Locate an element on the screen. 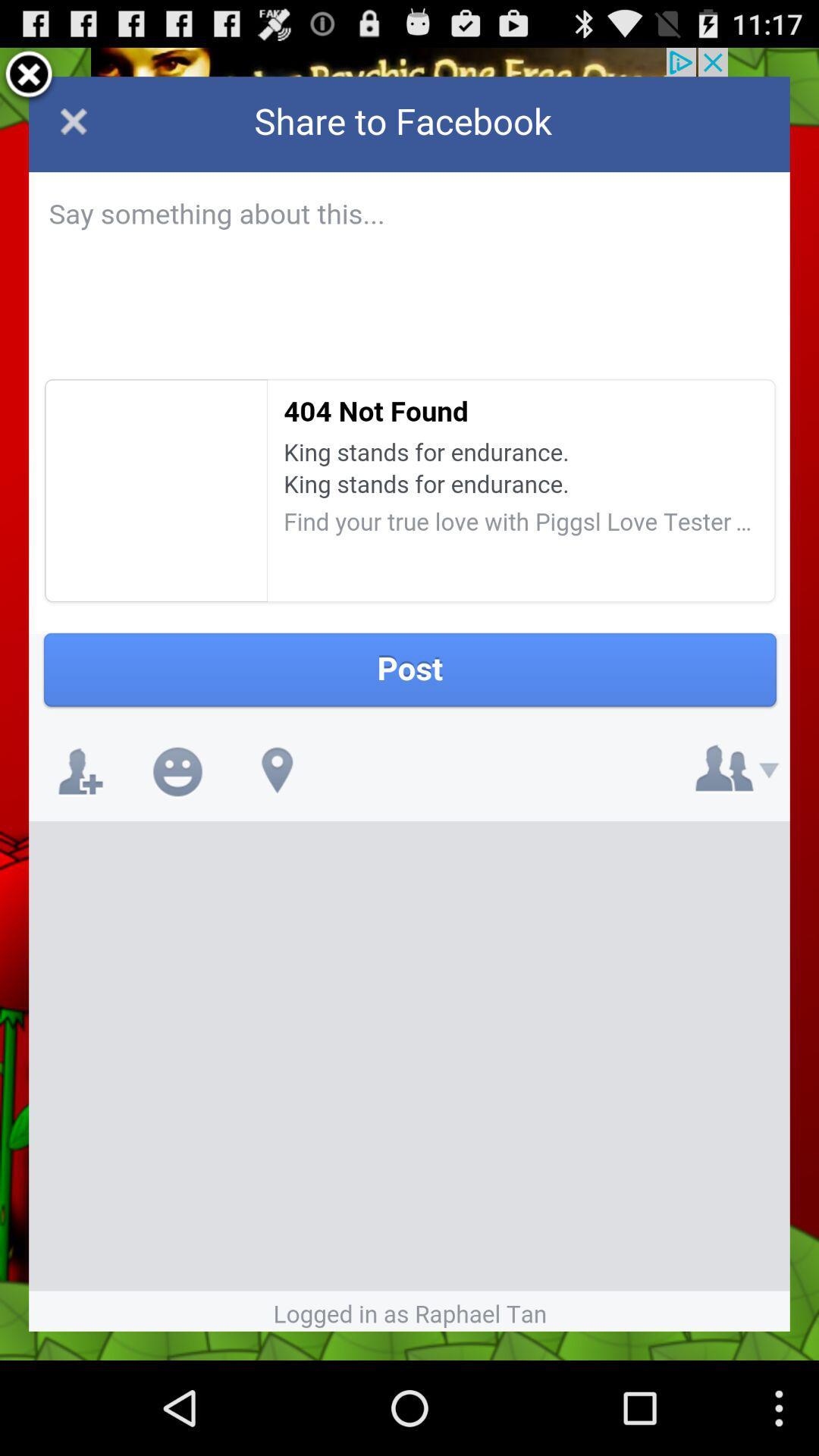 This screenshot has width=819, height=1456. share to facebook is located at coordinates (409, 703).